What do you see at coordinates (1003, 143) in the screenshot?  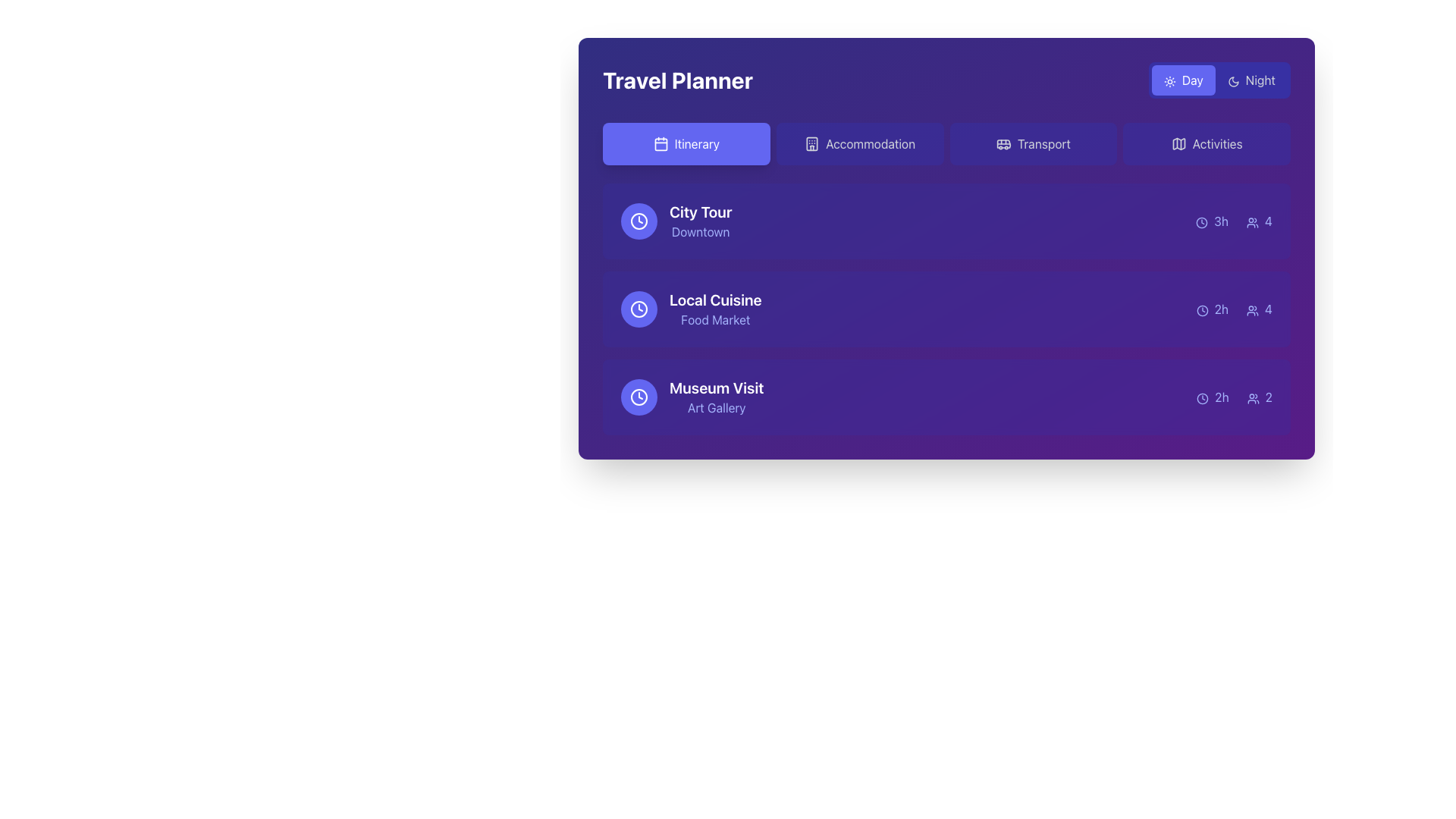 I see `the 'Transport' icon in the navigation bar, which is visually represented` at bounding box center [1003, 143].